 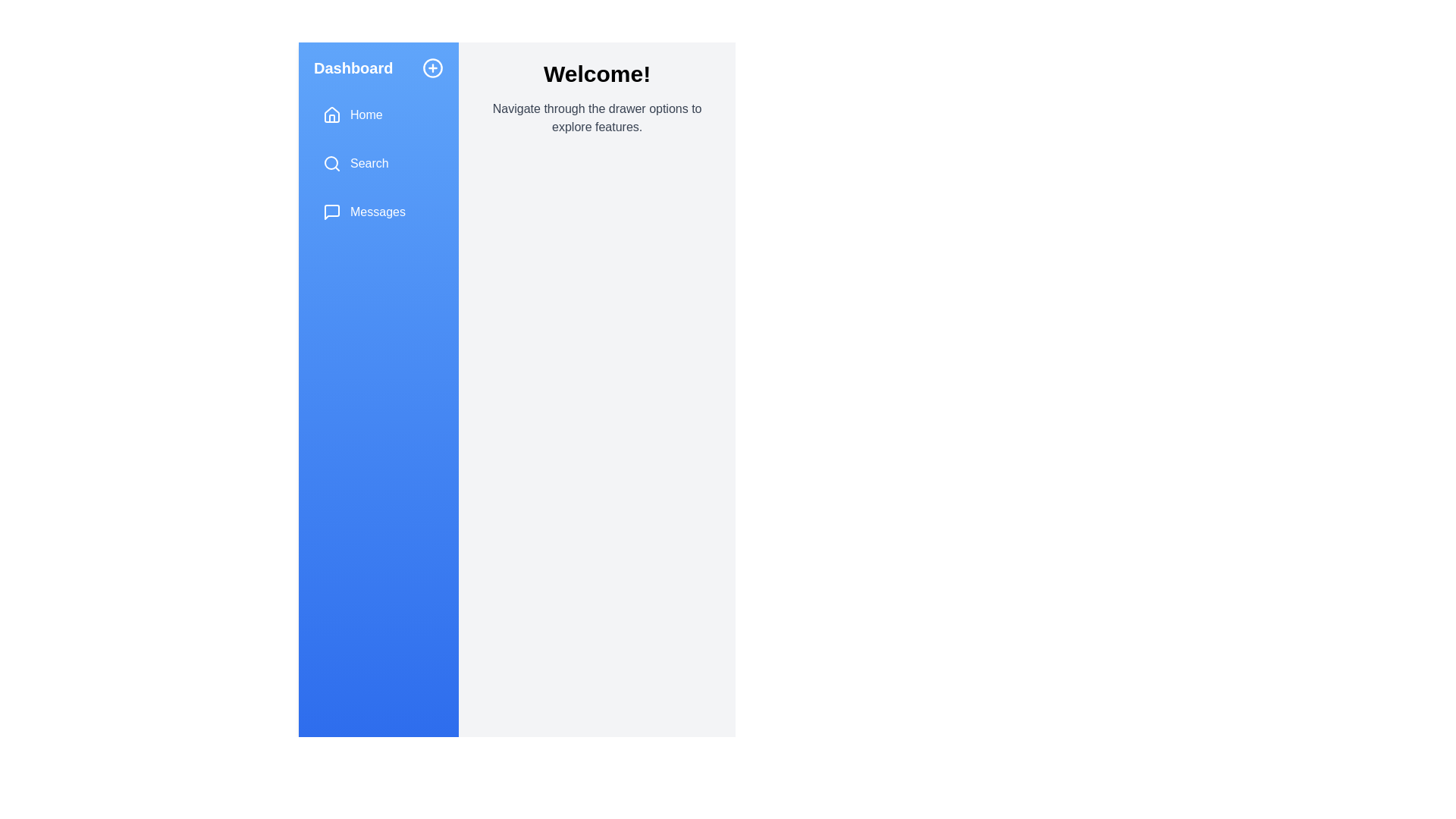 What do you see at coordinates (352, 67) in the screenshot?
I see `the drawer's title text to interact with it` at bounding box center [352, 67].